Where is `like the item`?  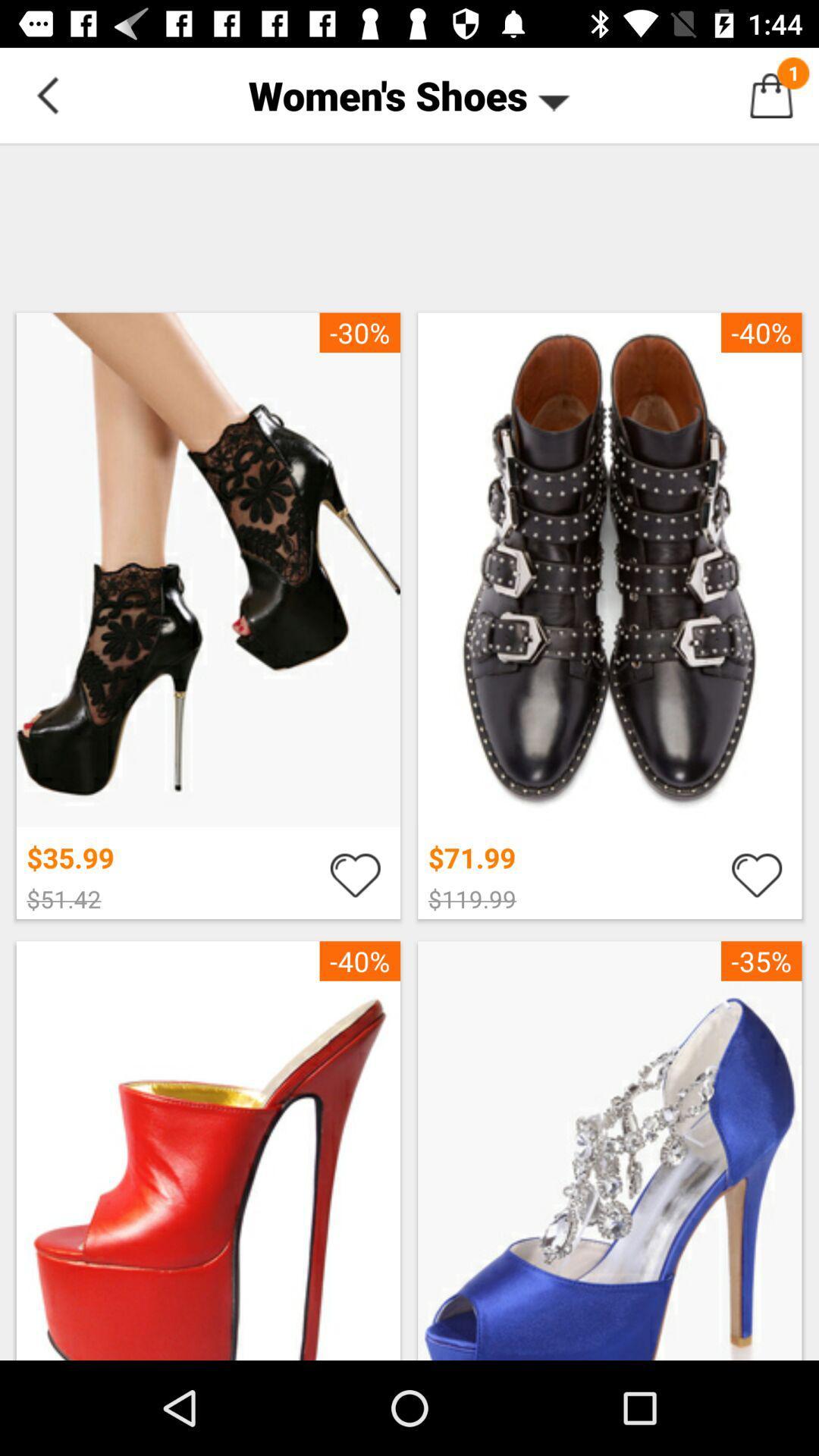
like the item is located at coordinates (757, 874).